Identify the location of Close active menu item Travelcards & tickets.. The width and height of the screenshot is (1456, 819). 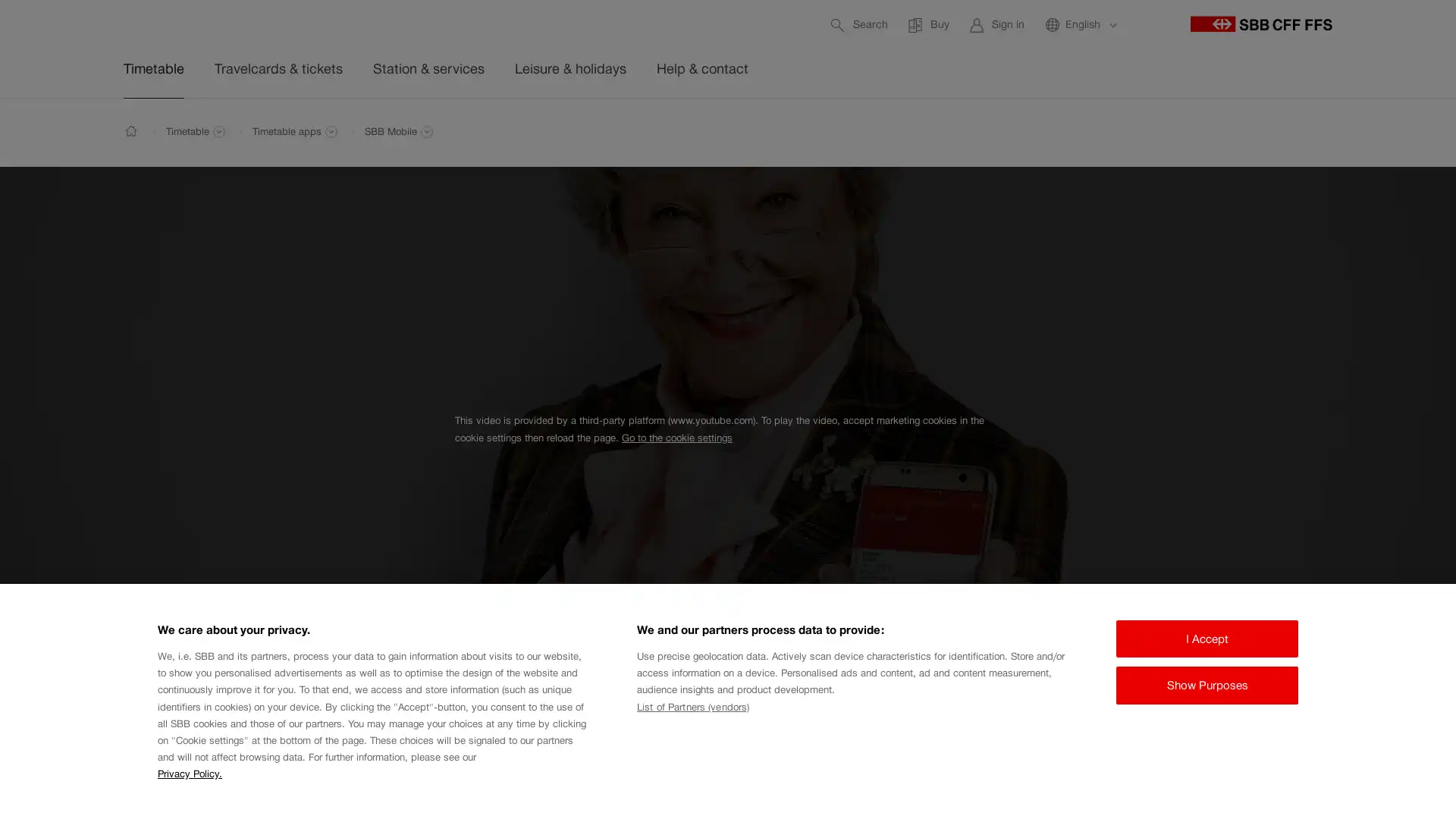
(1350, 133).